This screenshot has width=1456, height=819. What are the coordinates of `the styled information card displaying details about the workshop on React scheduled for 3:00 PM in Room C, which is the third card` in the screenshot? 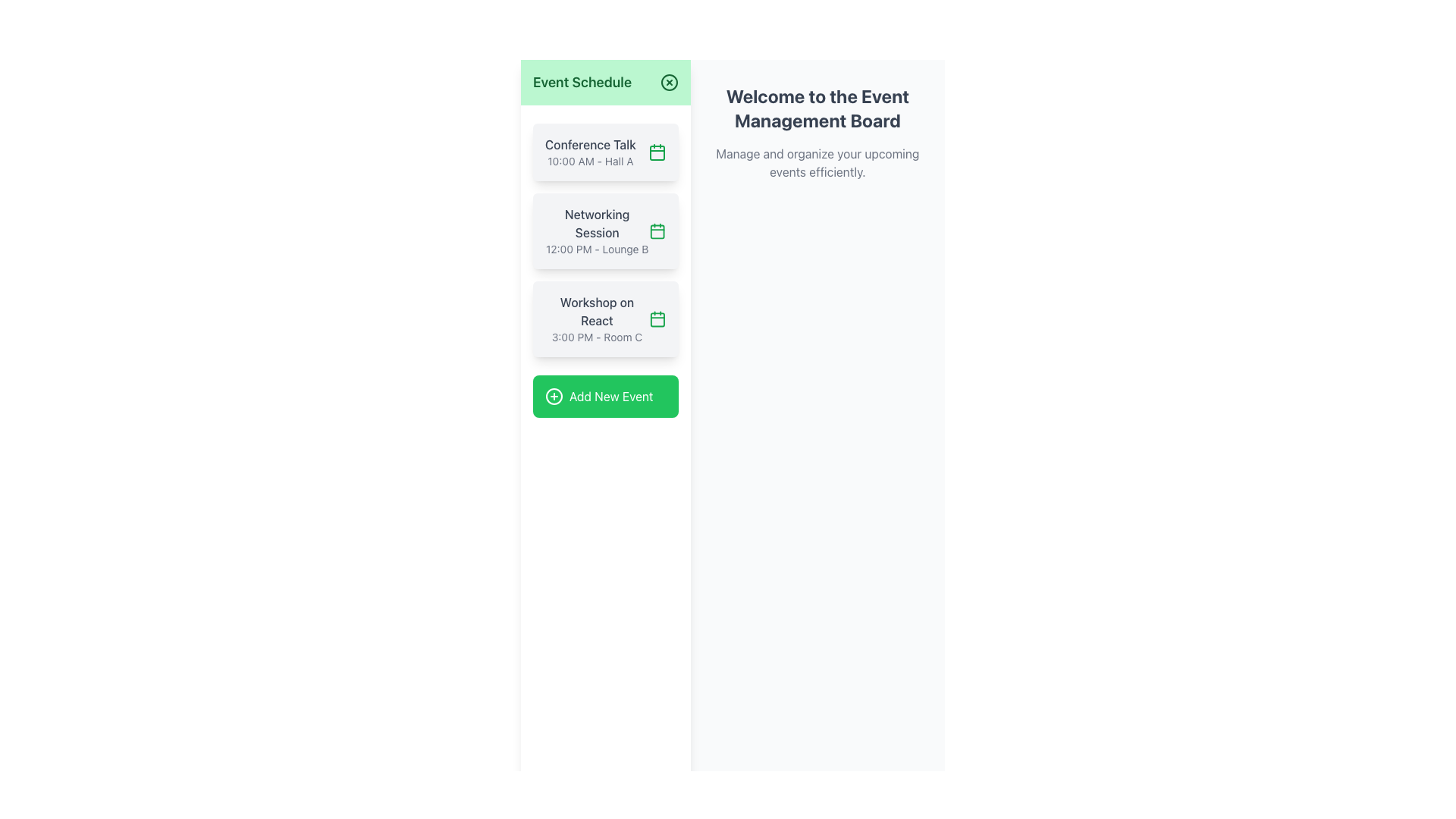 It's located at (604, 318).